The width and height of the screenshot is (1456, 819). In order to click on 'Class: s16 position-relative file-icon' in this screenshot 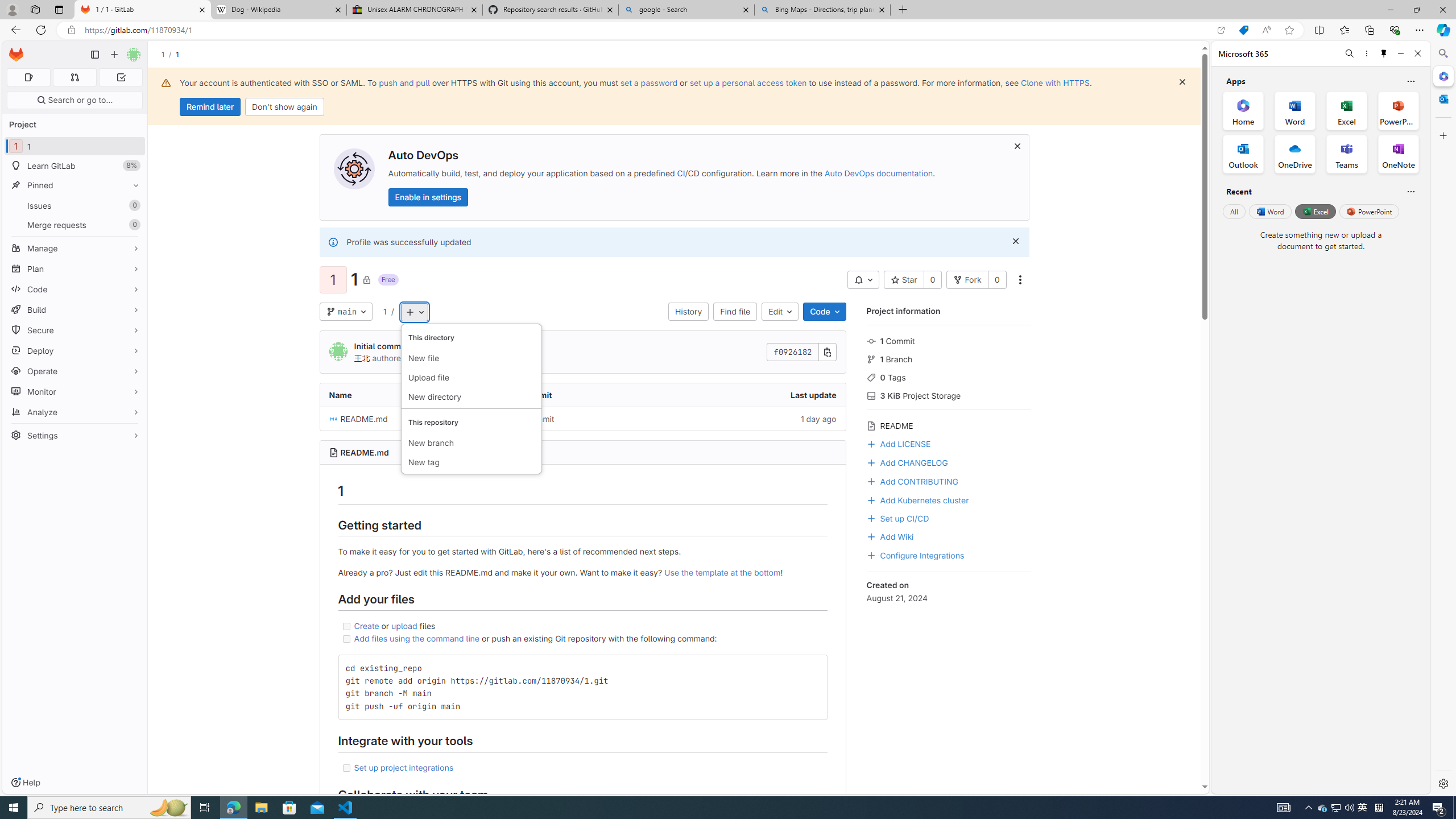, I will do `click(333, 419)`.